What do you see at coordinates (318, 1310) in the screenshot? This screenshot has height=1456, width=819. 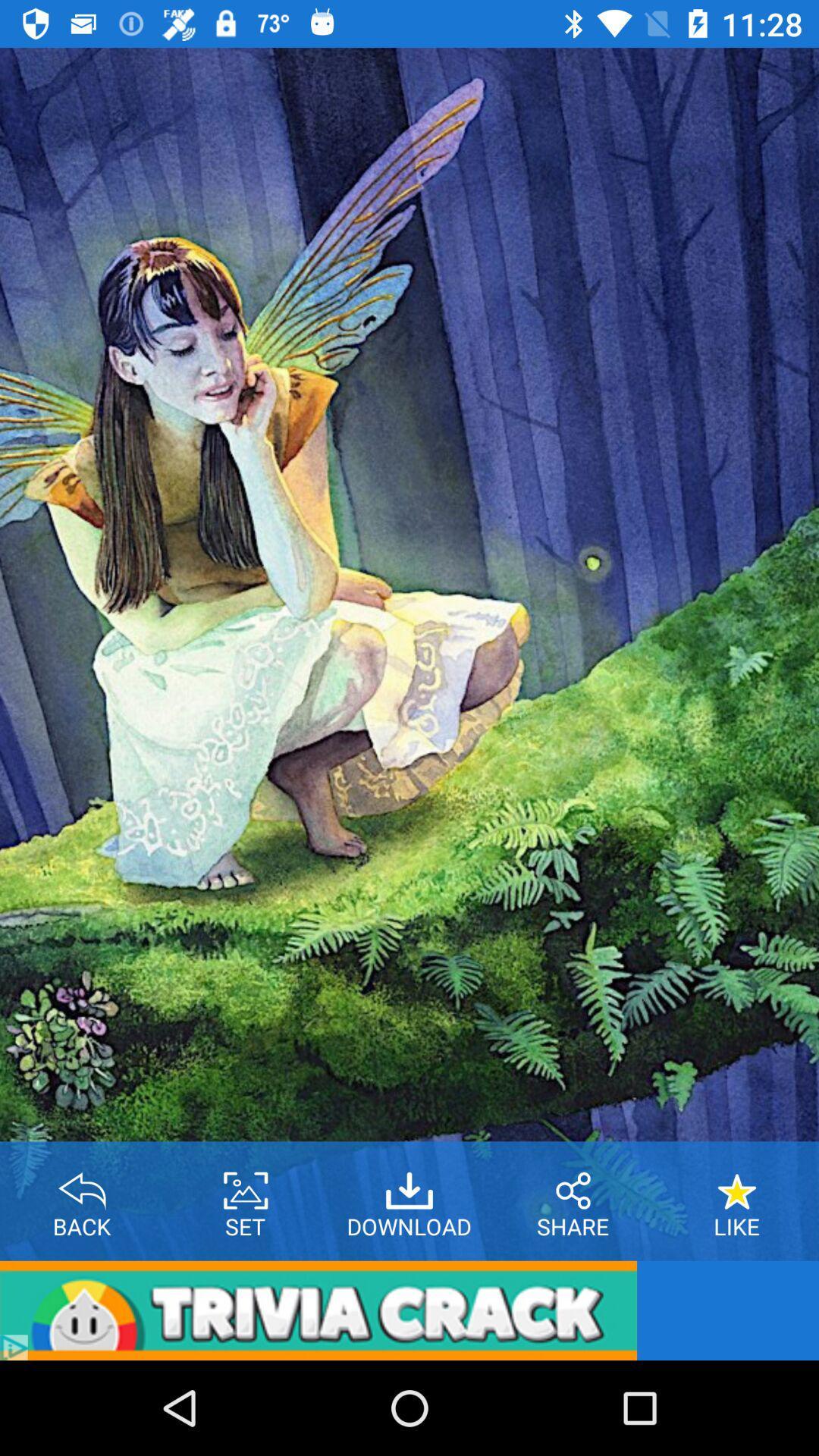 I see `app` at bounding box center [318, 1310].